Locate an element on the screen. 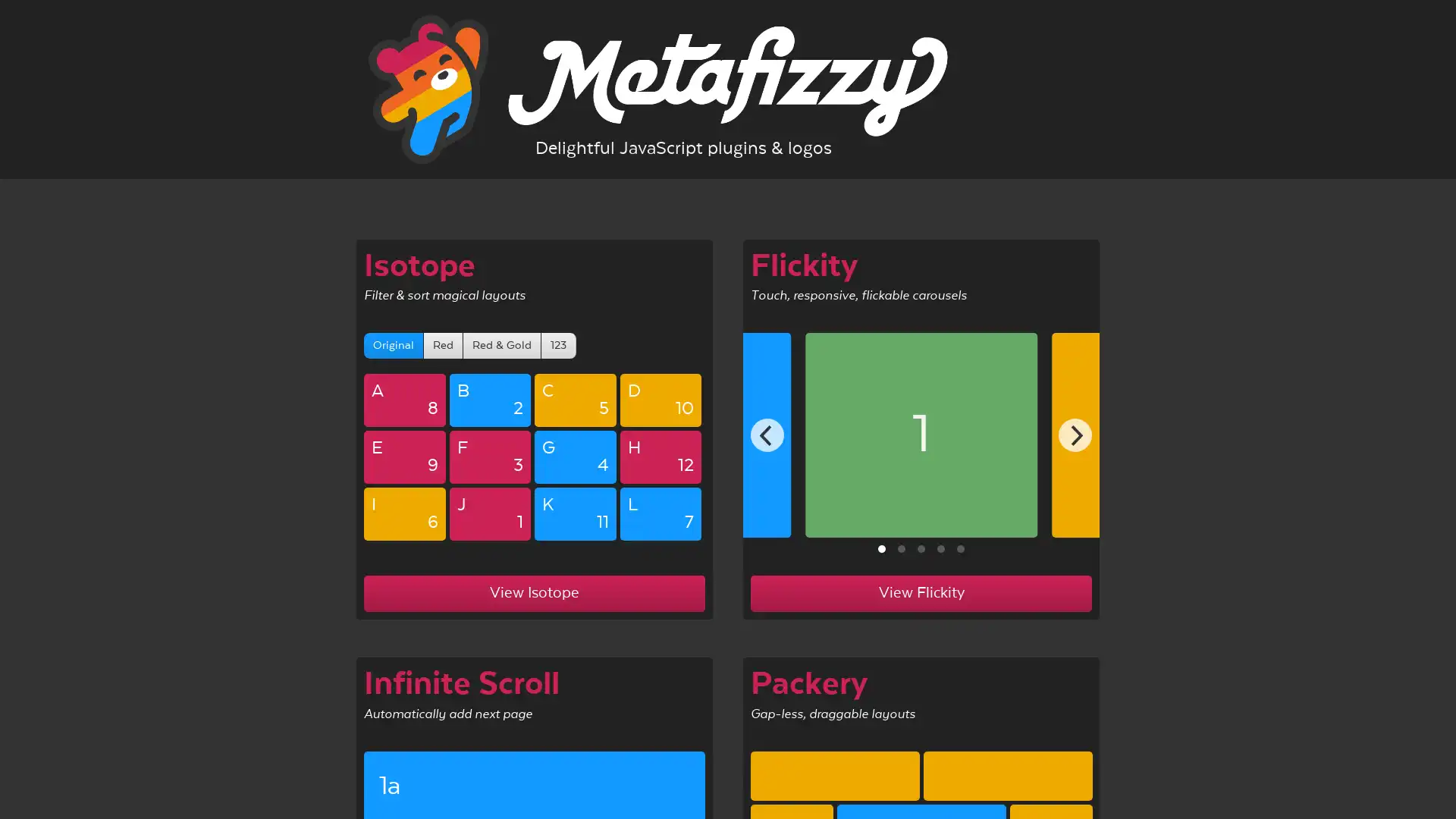  Original is located at coordinates (393, 345).